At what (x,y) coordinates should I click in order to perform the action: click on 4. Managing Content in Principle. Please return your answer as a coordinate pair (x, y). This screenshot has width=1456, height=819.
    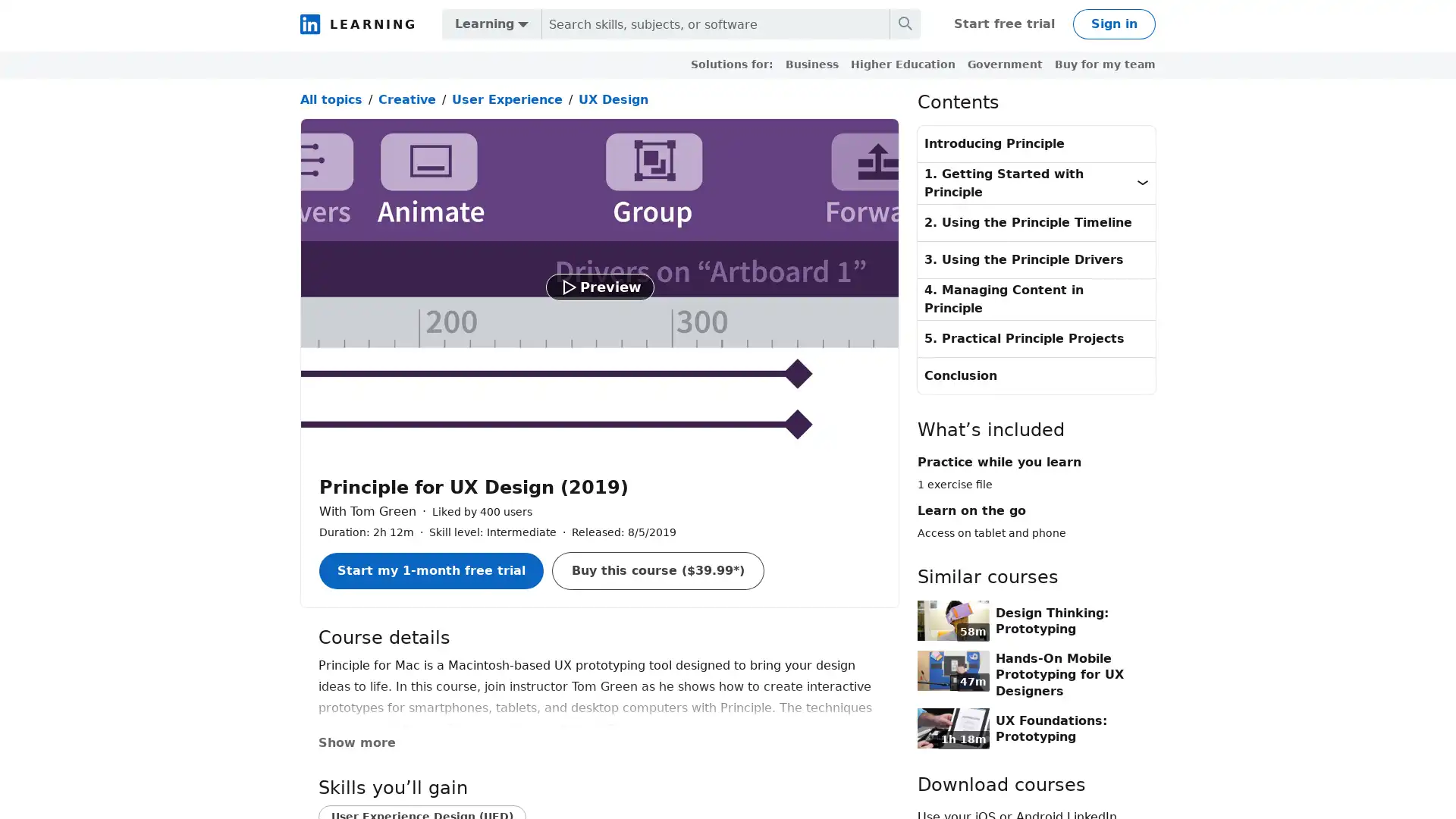
    Looking at the image, I should click on (1036, 298).